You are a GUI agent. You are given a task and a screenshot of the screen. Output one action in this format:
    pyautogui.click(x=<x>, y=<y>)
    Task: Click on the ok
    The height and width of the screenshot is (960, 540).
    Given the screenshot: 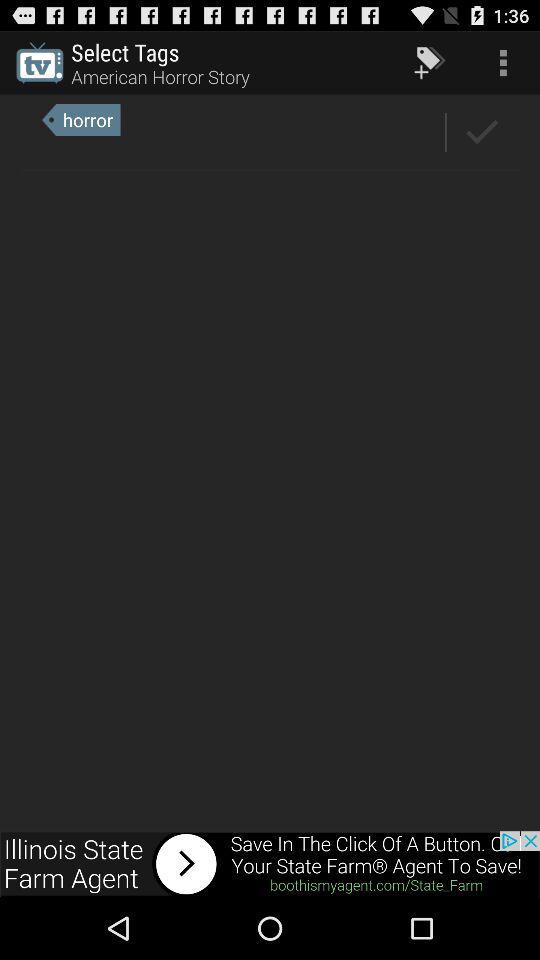 What is the action you would take?
    pyautogui.click(x=481, y=131)
    